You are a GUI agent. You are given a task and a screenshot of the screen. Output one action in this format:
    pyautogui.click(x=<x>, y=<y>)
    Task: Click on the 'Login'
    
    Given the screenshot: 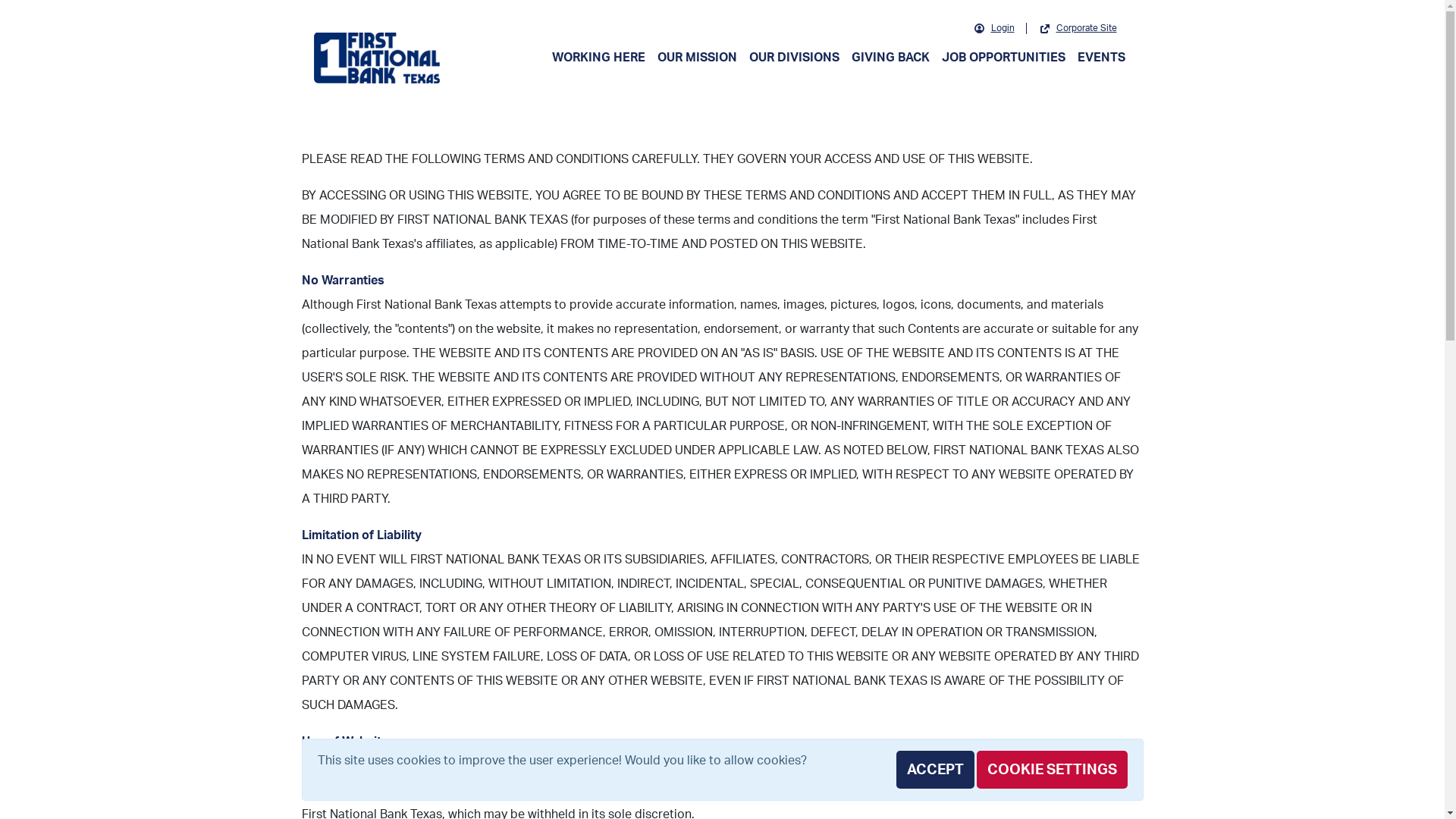 What is the action you would take?
    pyautogui.click(x=962, y=28)
    